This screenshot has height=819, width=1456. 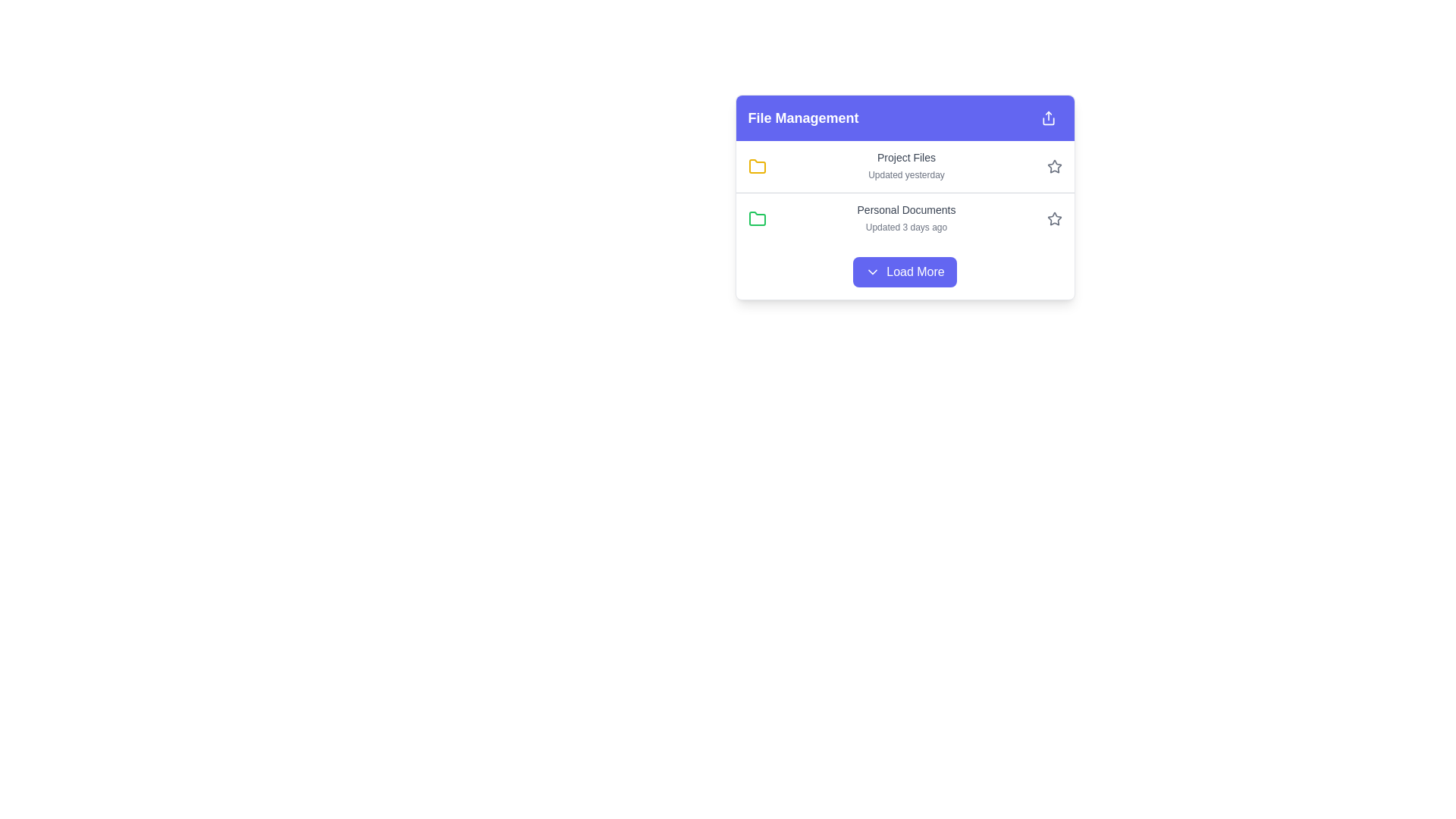 What do you see at coordinates (906, 174) in the screenshot?
I see `timestamp information text located directly beneath the 'Project Files' section in the file management interface` at bounding box center [906, 174].